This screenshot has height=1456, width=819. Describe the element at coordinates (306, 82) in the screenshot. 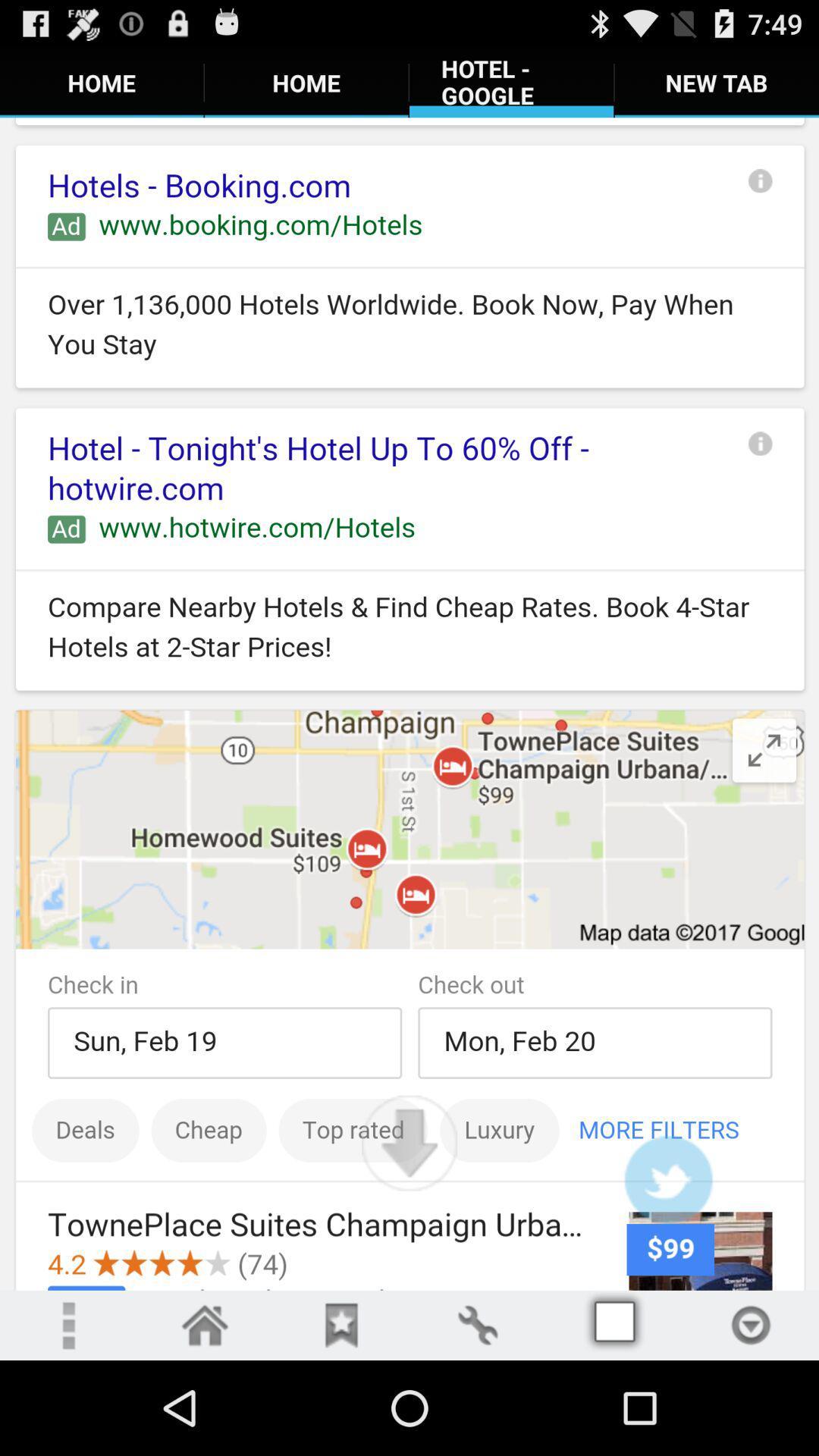

I see `the home option which is towards the left side of hotel google option` at that location.